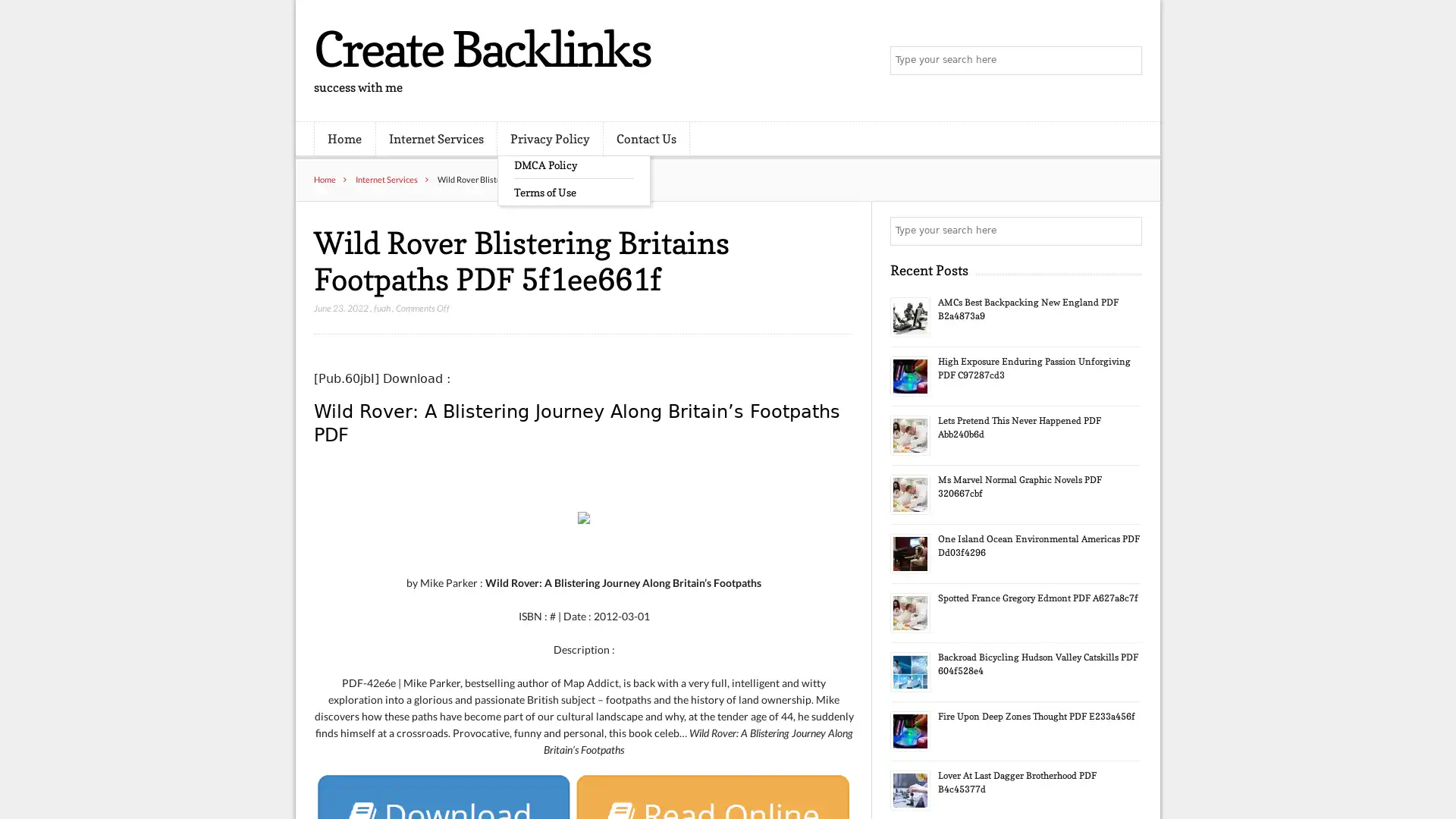  I want to click on Search, so click(1126, 231).